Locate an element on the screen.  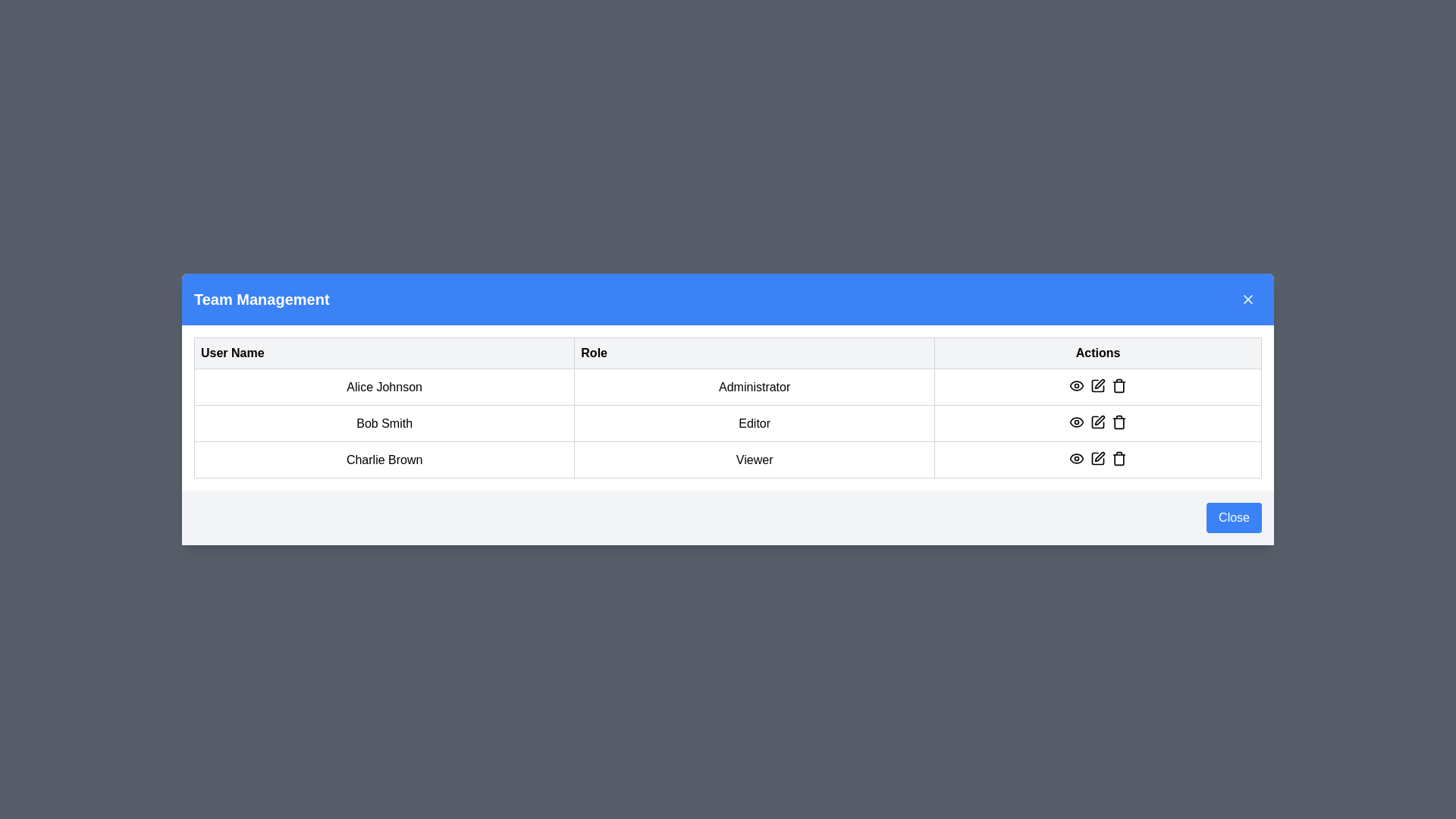
the eye-shaped icon in the last row of the 'Actions' column is located at coordinates (1076, 458).